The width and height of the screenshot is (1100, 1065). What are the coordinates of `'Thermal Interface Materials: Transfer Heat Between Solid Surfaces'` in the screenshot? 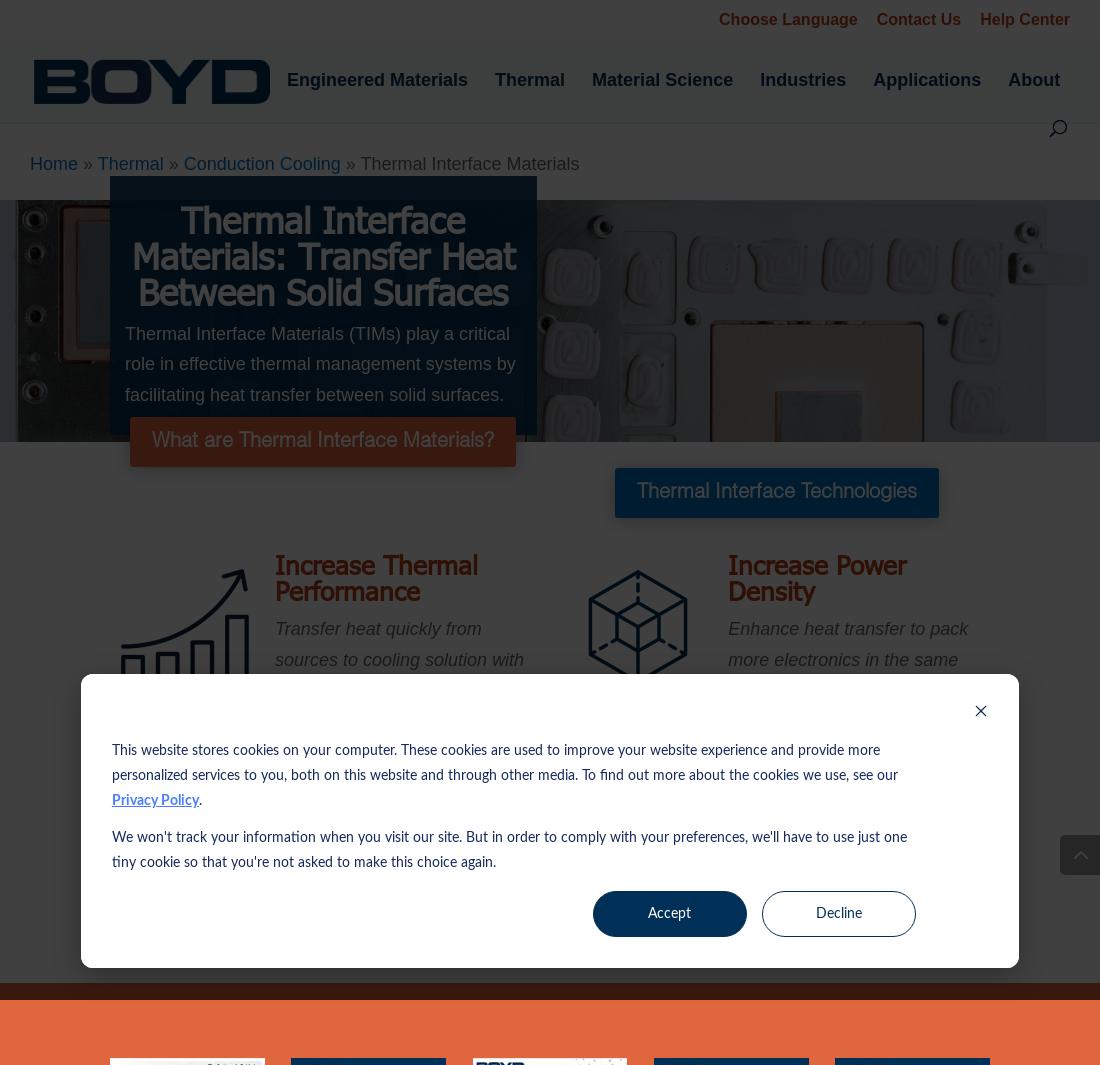 It's located at (321, 252).